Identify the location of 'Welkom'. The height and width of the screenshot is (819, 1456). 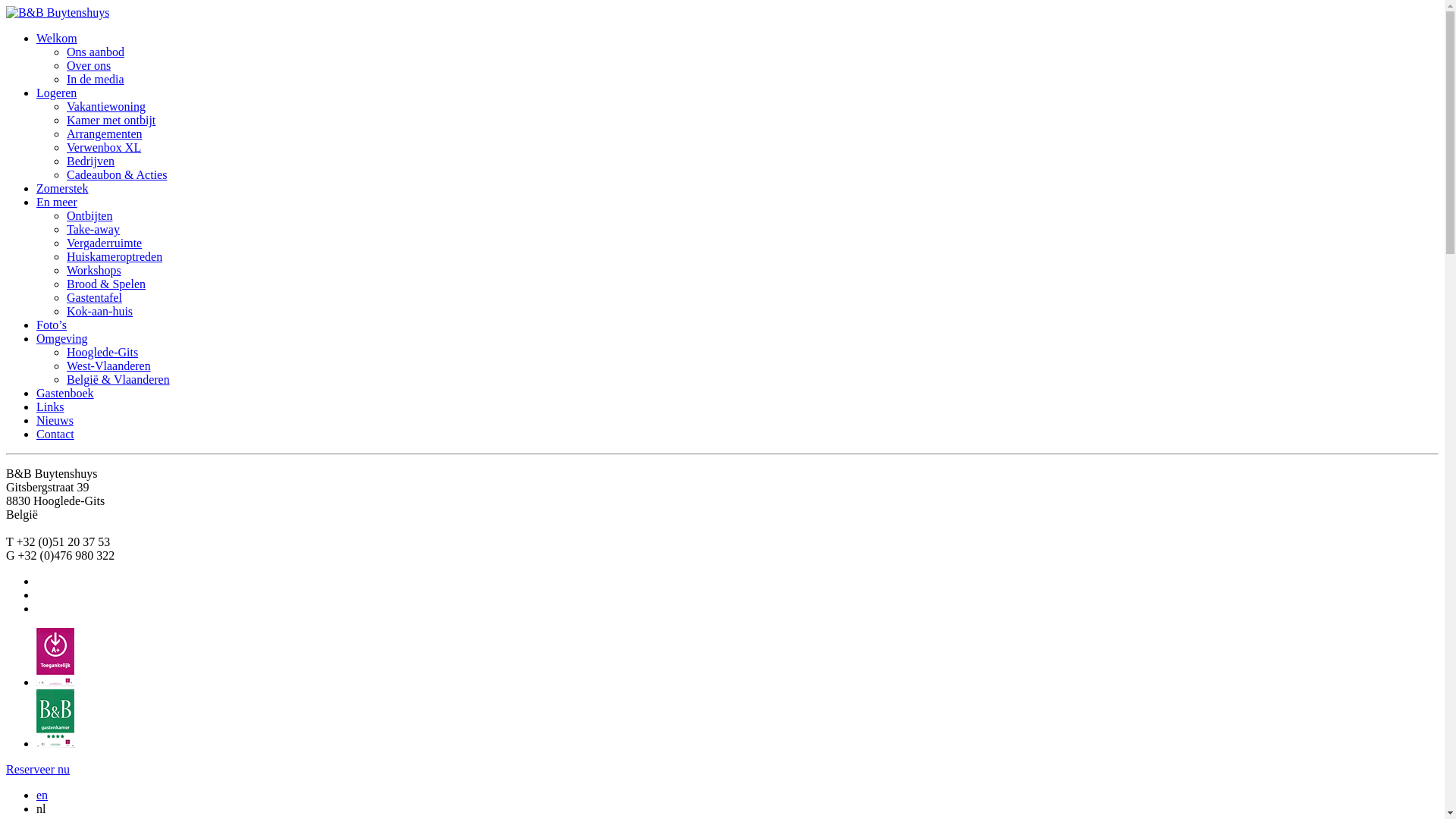
(57, 37).